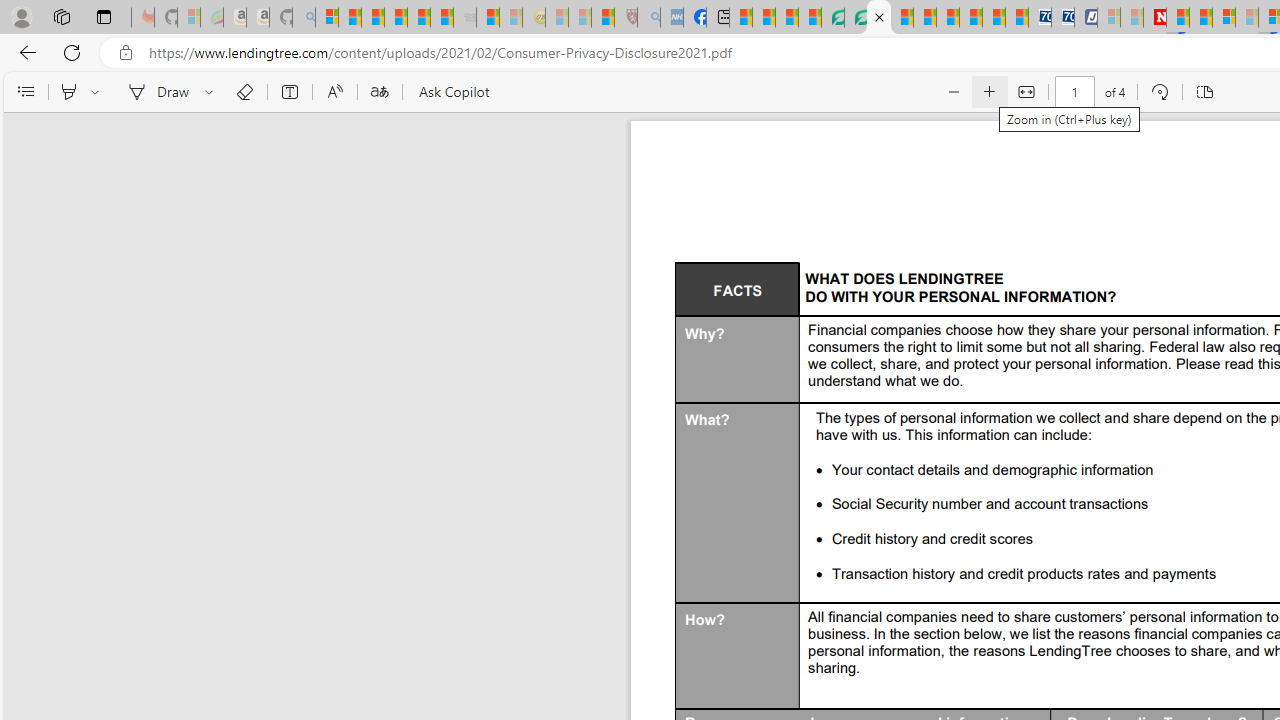 The width and height of the screenshot is (1280, 720). Describe the element at coordinates (464, 17) in the screenshot. I see `'Combat Siege - Sleeping'` at that location.